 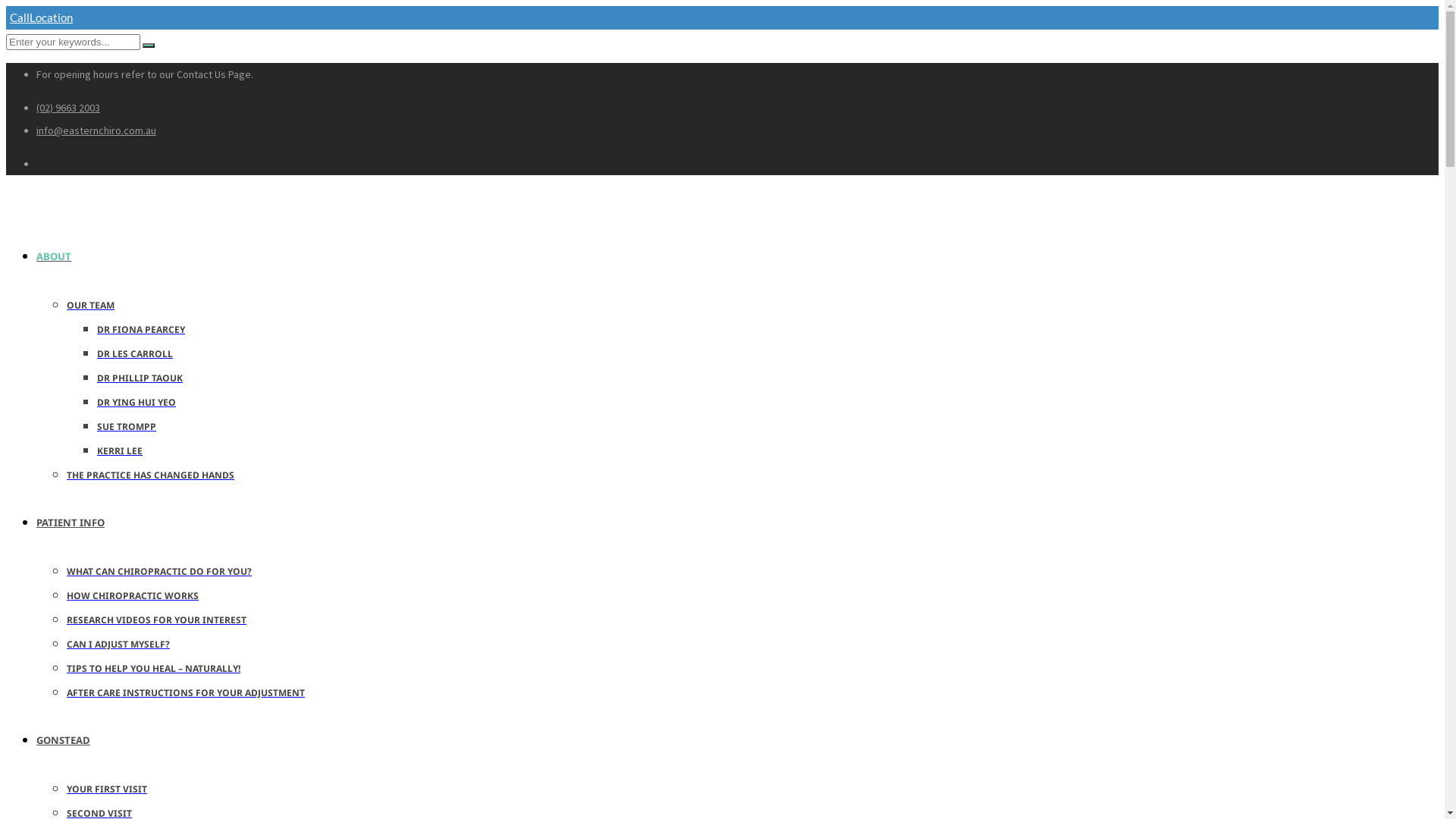 What do you see at coordinates (141, 328) in the screenshot?
I see `'DR FIONA PEARCEY'` at bounding box center [141, 328].